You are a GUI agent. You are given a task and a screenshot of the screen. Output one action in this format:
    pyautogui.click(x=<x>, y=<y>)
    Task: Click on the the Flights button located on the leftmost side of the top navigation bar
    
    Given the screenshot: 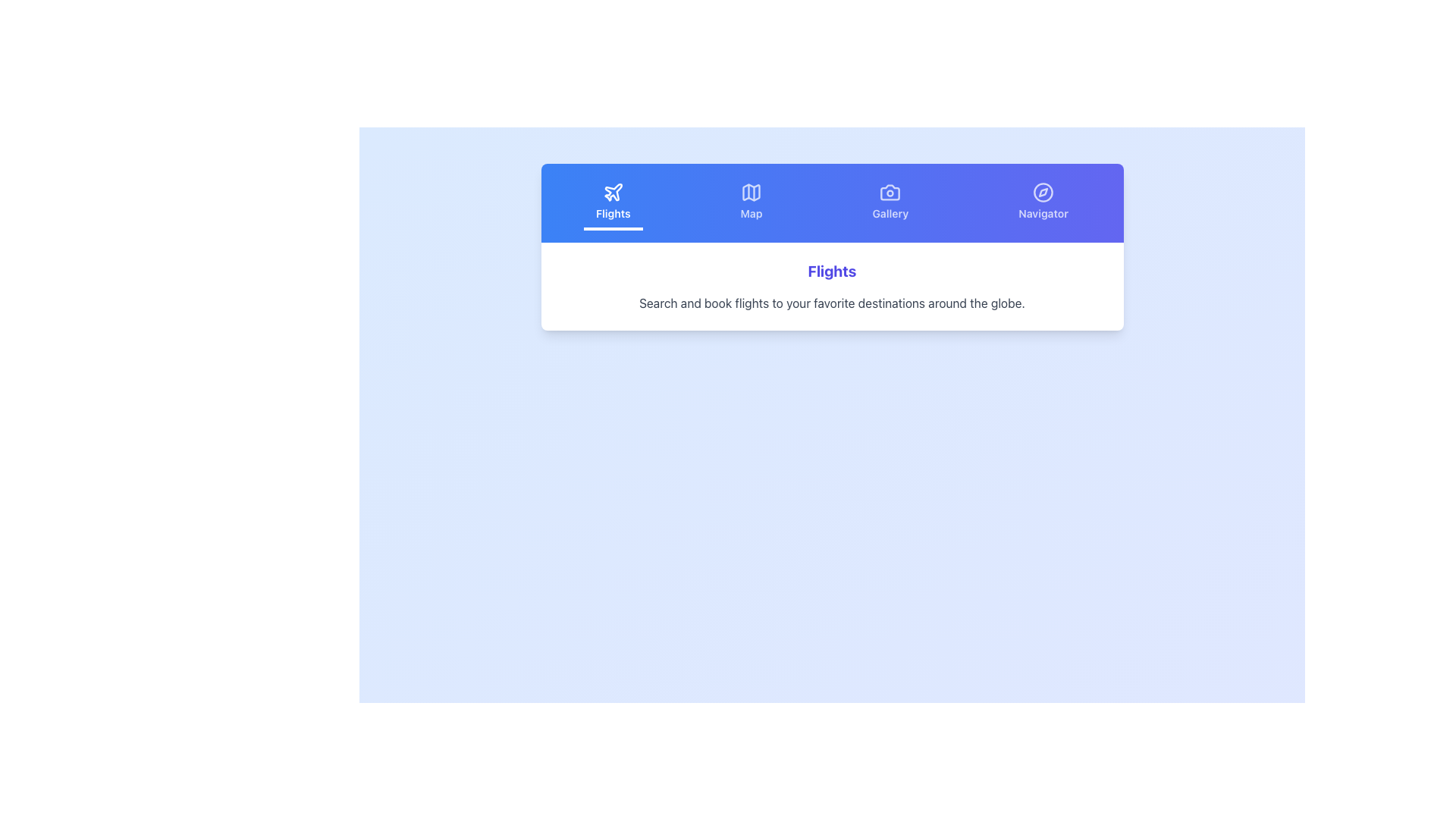 What is the action you would take?
    pyautogui.click(x=613, y=202)
    